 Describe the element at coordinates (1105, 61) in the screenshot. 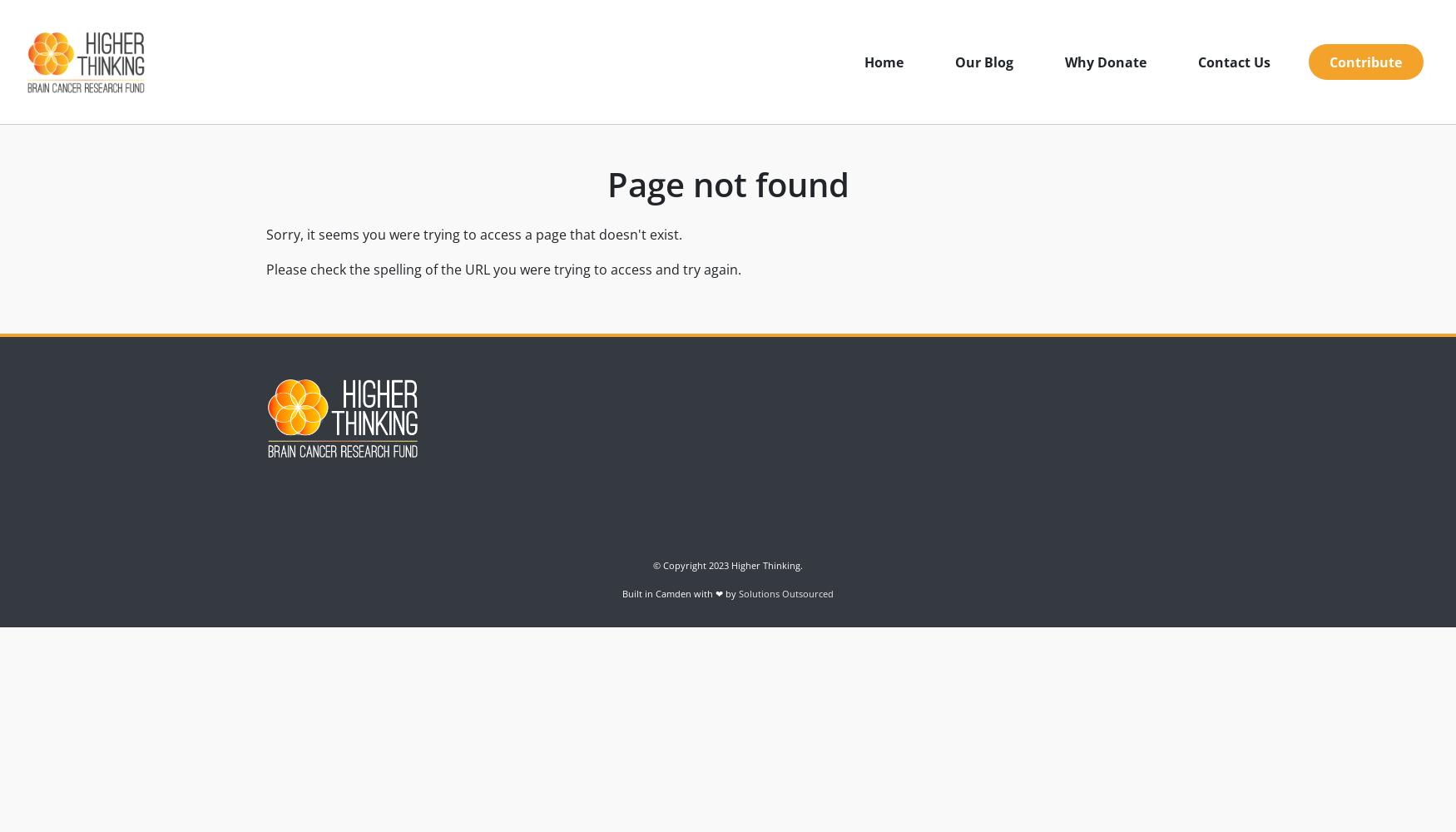

I see `'Why Donate'` at that location.